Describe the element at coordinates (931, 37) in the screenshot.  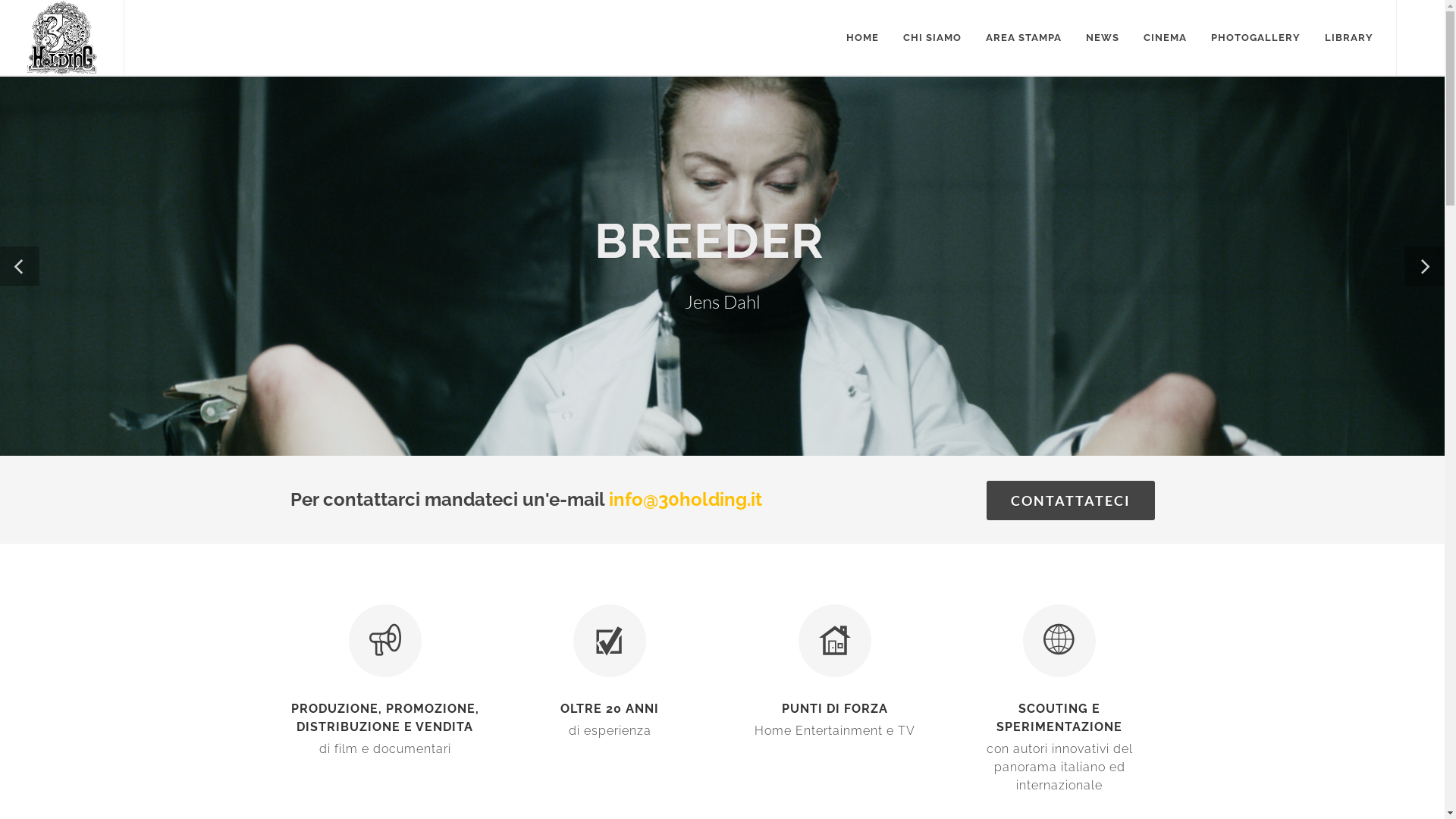
I see `'CHI SIAMO'` at that location.